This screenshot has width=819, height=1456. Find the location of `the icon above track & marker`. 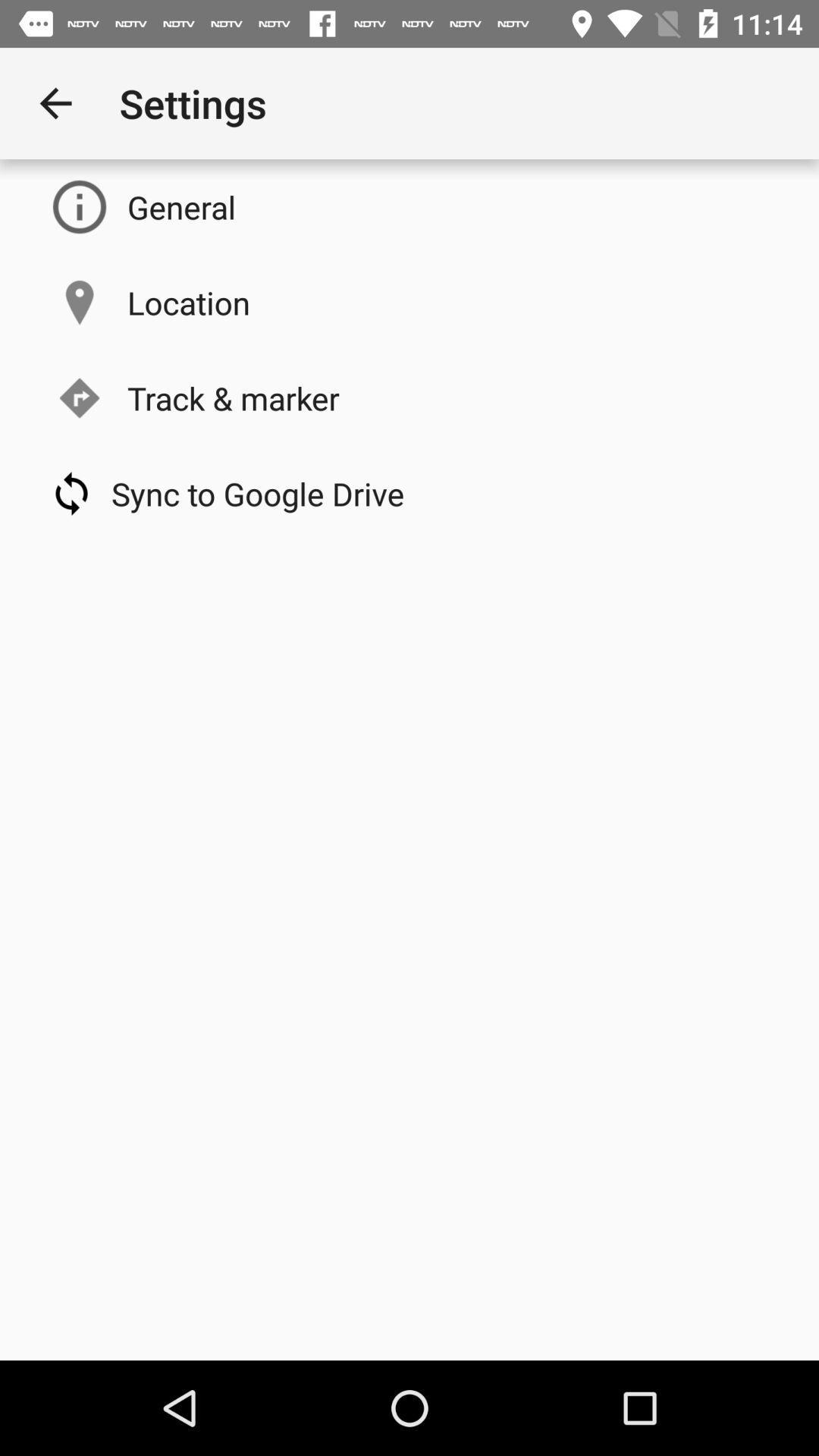

the icon above track & marker is located at coordinates (188, 302).